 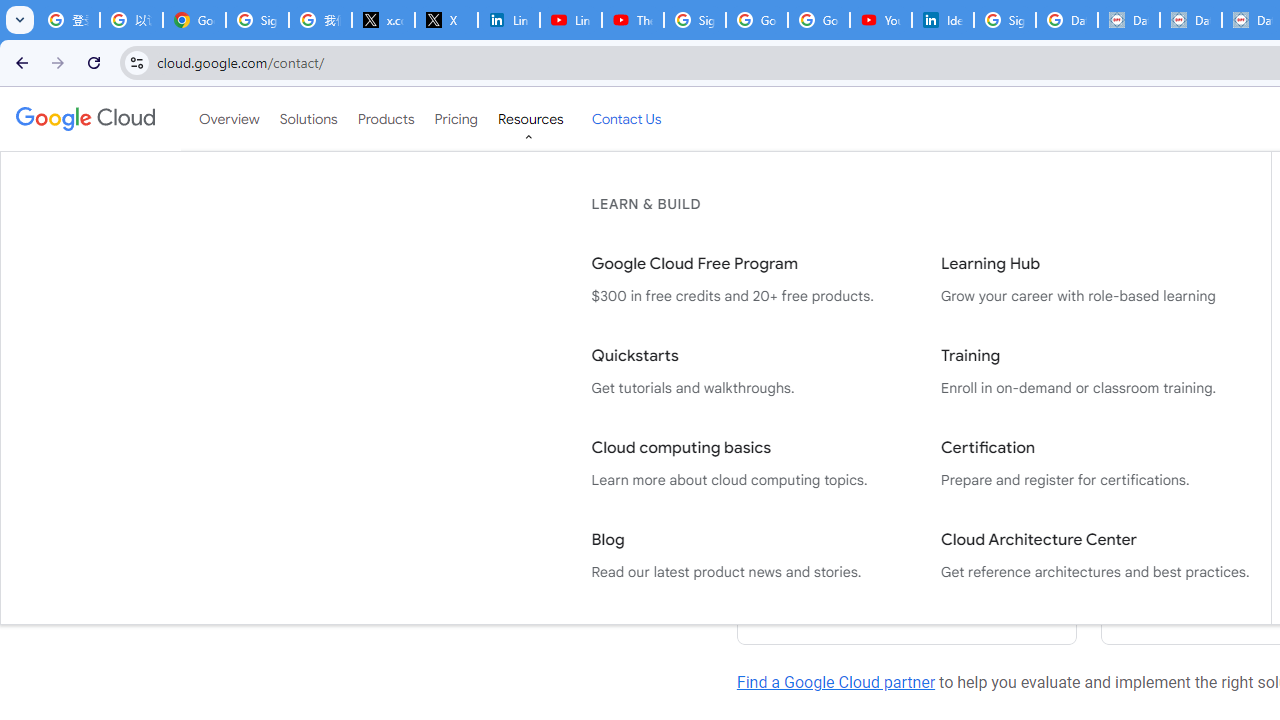 I want to click on 'LinkedIn - YouTube', so click(x=569, y=20).